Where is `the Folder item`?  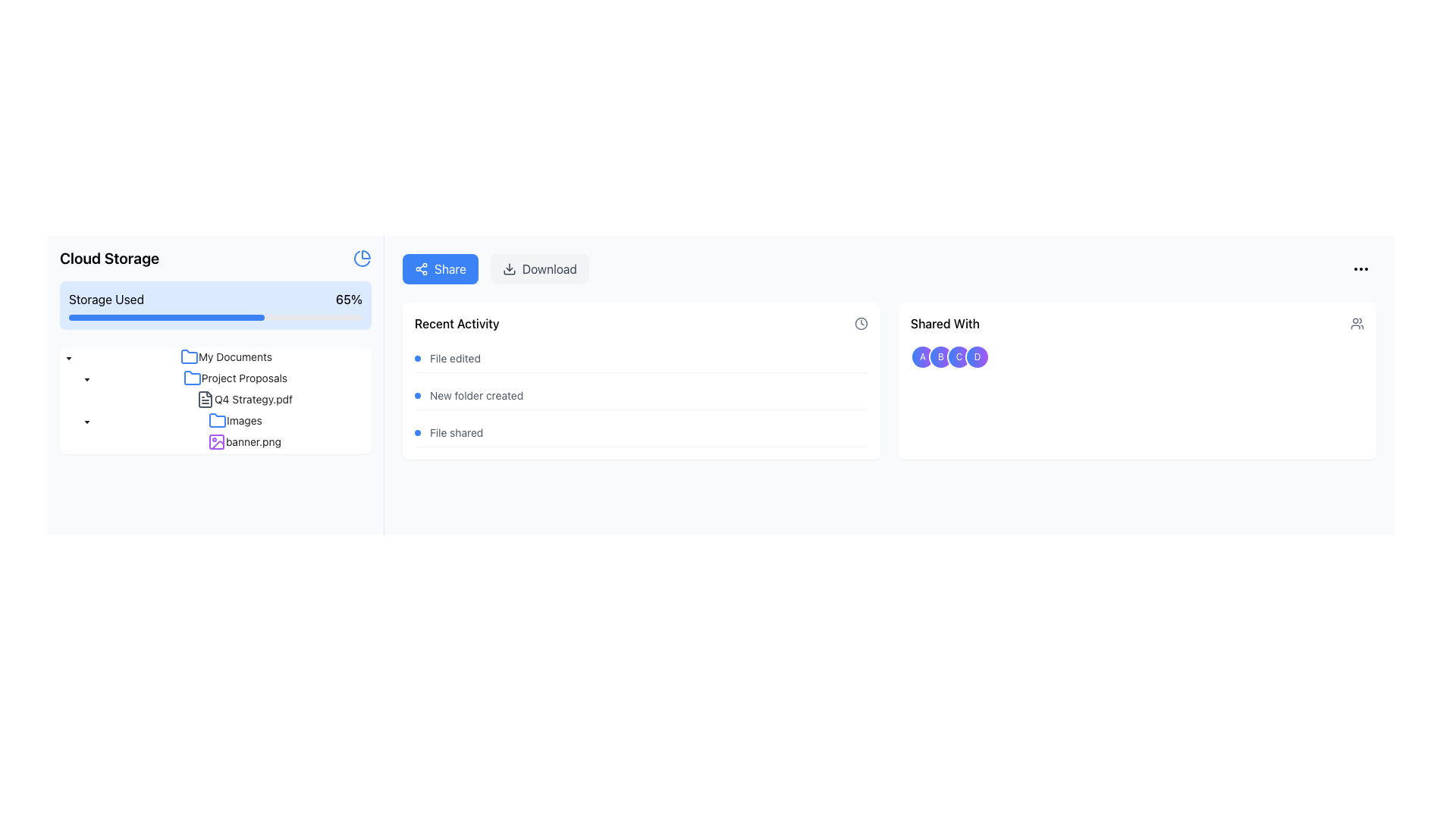
the Folder item is located at coordinates (215, 377).